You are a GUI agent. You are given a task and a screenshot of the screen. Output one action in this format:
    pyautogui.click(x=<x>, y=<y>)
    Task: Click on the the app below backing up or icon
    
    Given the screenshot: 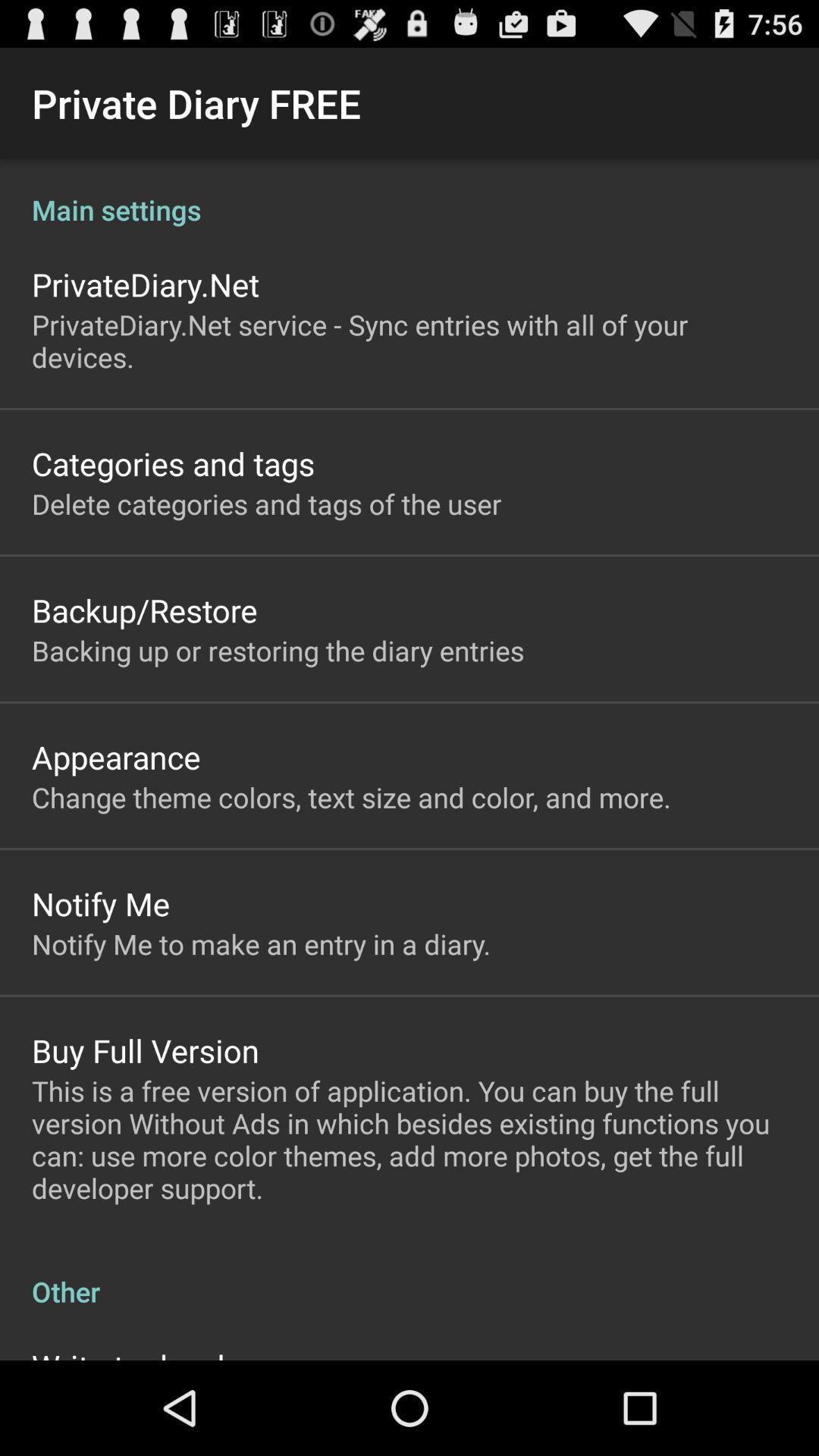 What is the action you would take?
    pyautogui.click(x=115, y=757)
    